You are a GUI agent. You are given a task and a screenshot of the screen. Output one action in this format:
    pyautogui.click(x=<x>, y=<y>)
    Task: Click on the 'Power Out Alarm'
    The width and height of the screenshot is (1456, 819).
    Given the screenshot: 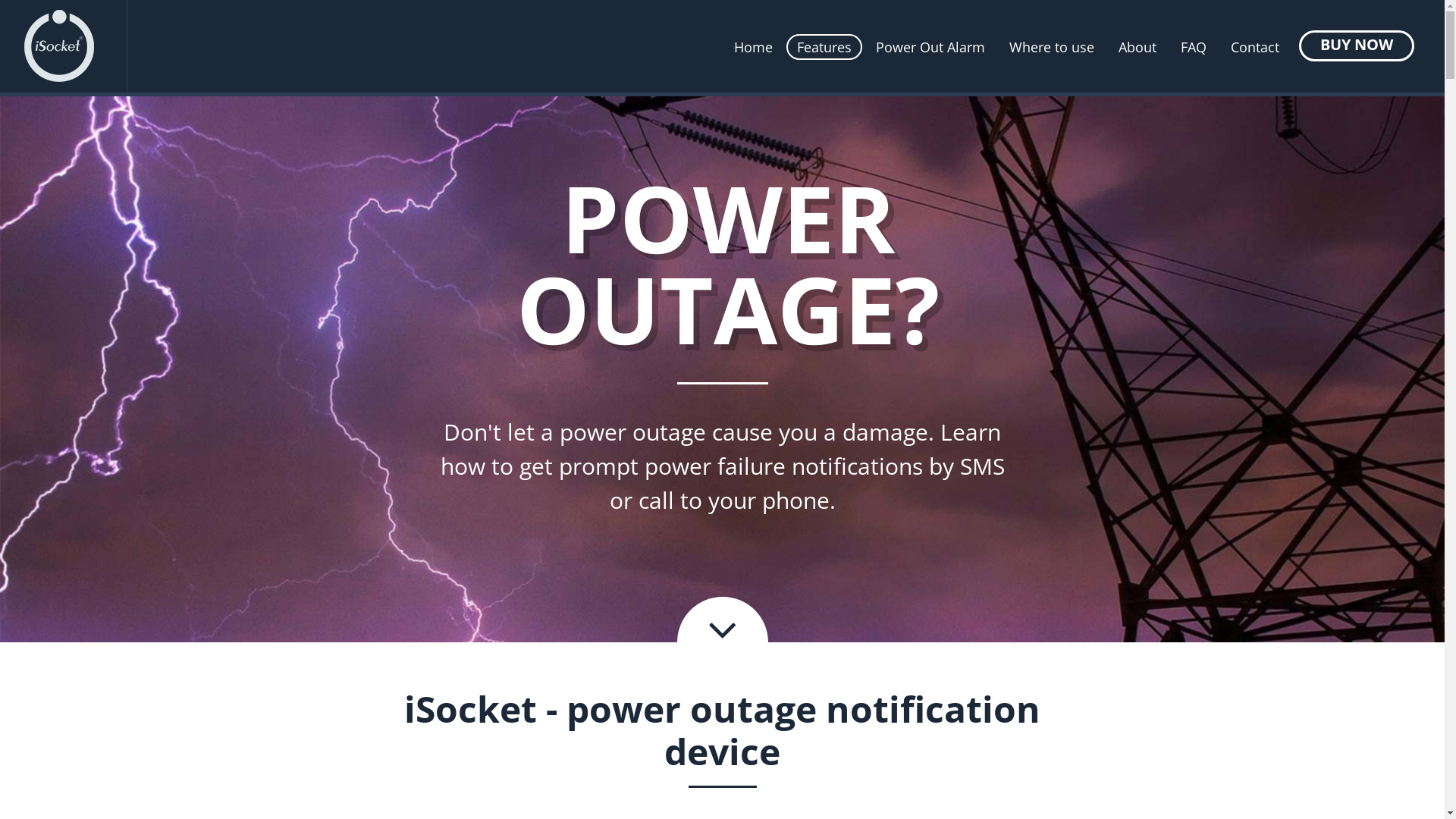 What is the action you would take?
    pyautogui.click(x=865, y=45)
    